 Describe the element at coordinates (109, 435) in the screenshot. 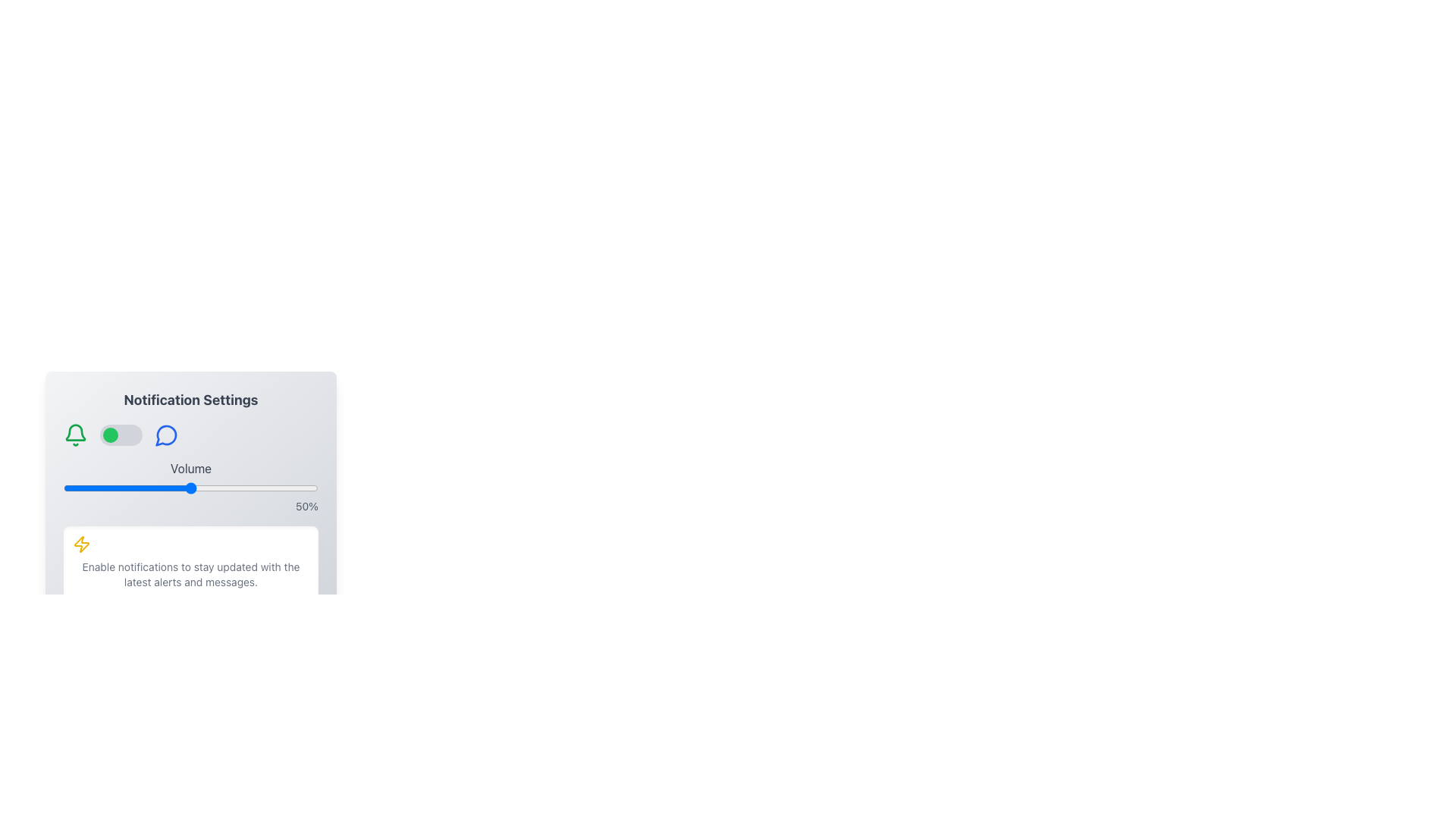

I see `the toggle switch indicator, which is a small circular component with a green background located within a larger oval-shaped toggle switch in the settings interface` at that location.